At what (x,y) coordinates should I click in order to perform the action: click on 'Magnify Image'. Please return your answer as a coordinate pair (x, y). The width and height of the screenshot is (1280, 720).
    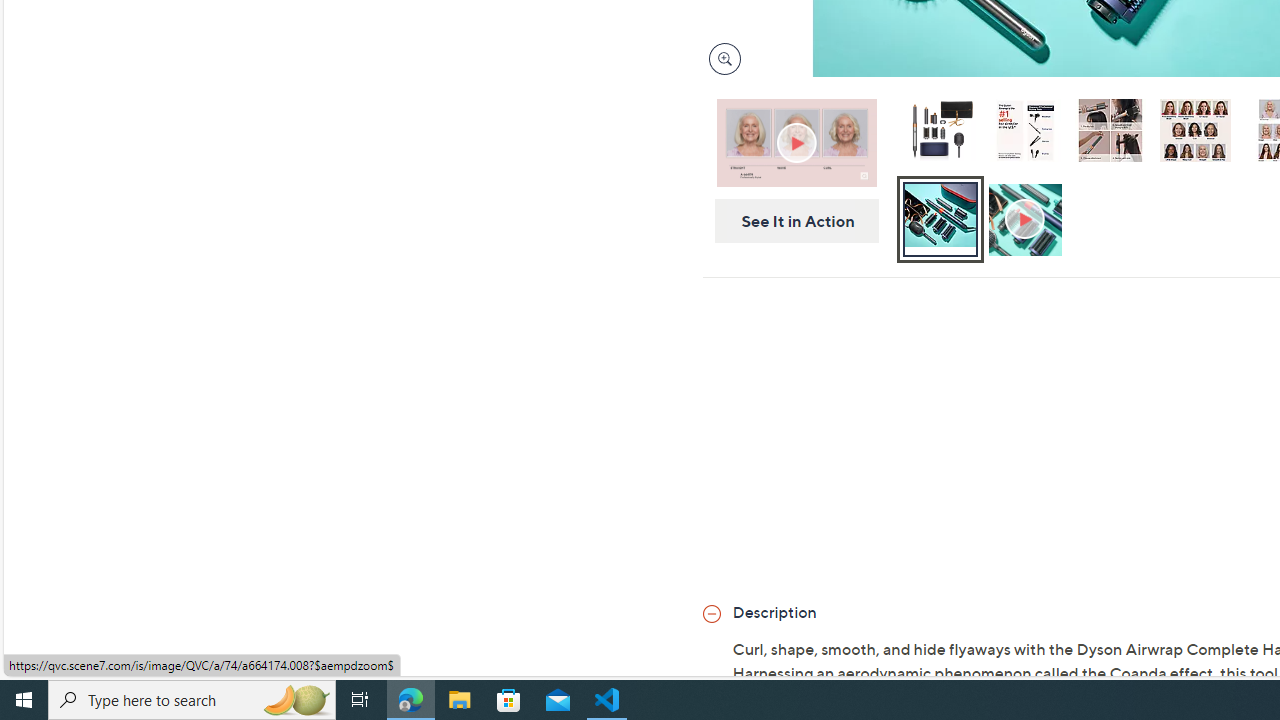
    Looking at the image, I should click on (723, 57).